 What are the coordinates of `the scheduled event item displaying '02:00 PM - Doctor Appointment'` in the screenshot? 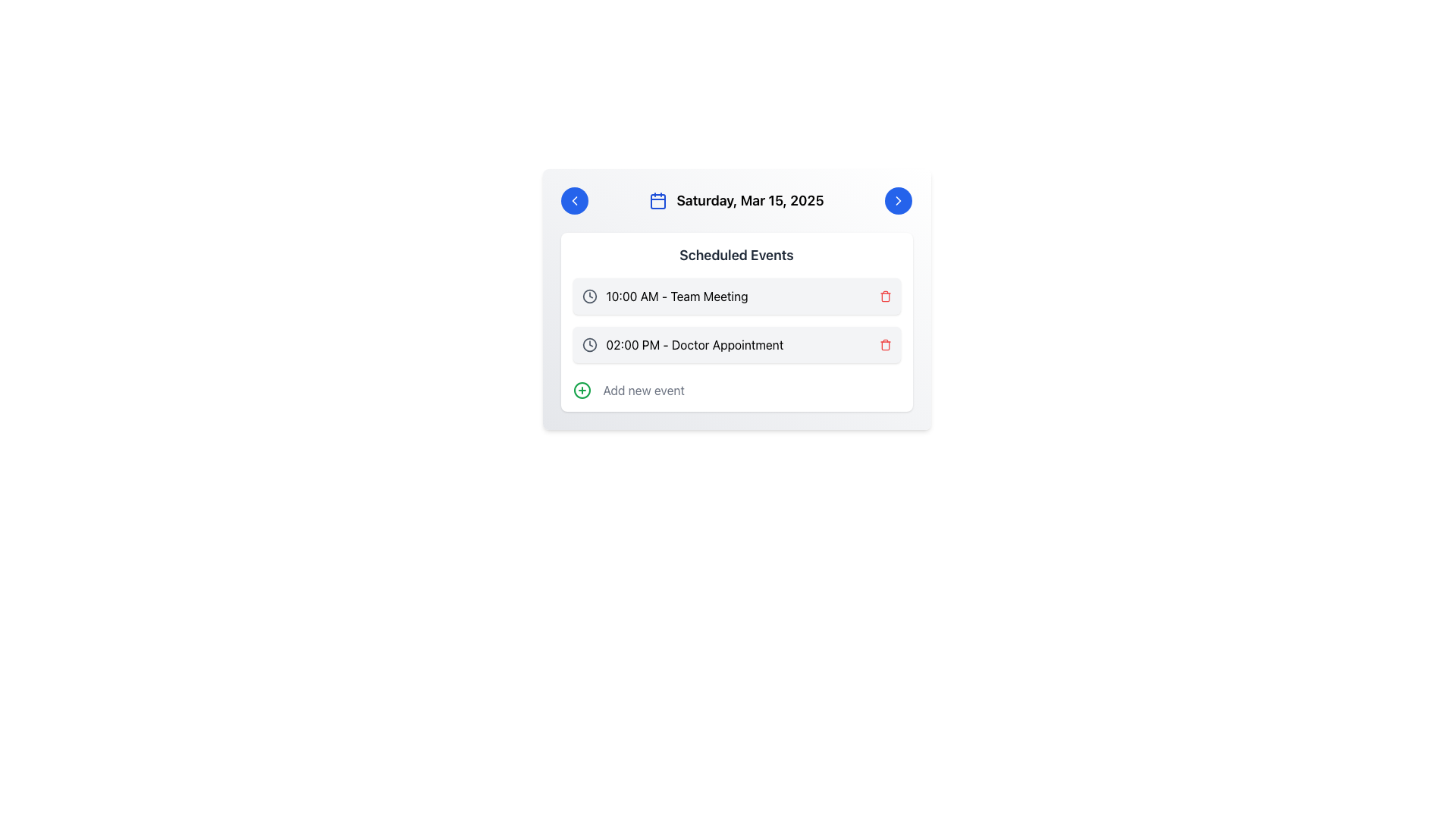 It's located at (682, 345).